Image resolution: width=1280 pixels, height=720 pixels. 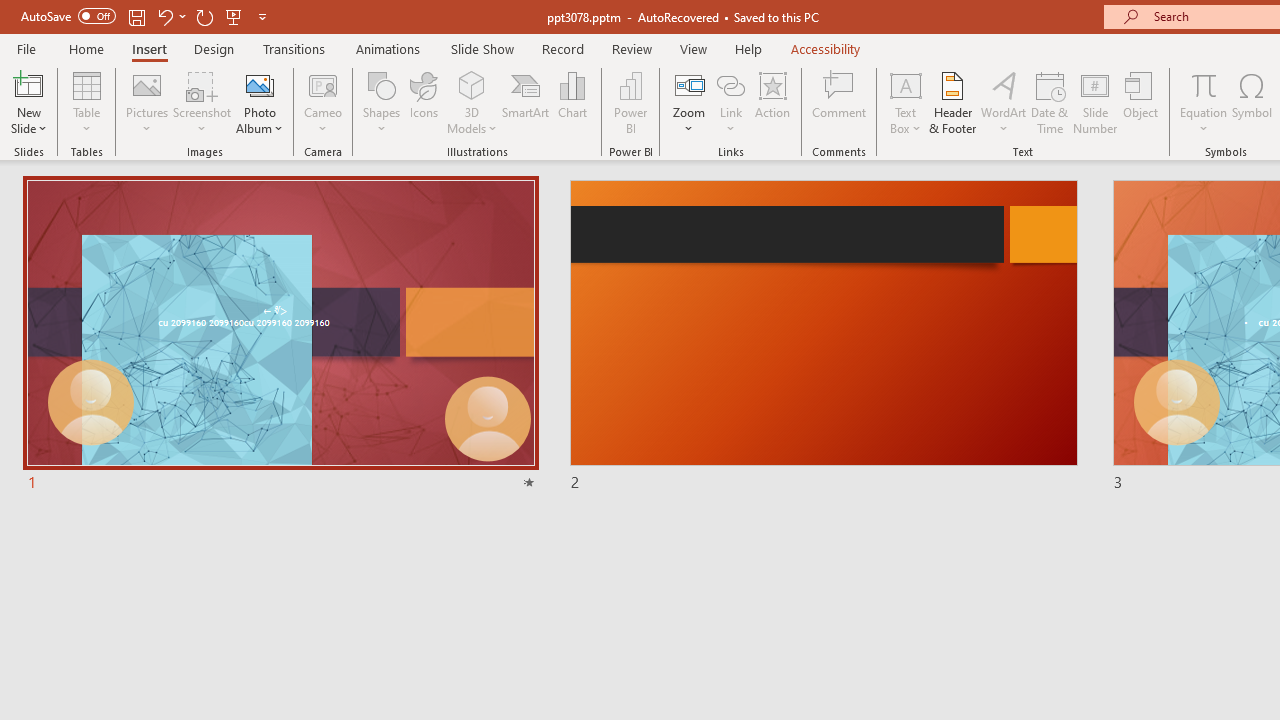 I want to click on 'Icons', so click(x=423, y=103).